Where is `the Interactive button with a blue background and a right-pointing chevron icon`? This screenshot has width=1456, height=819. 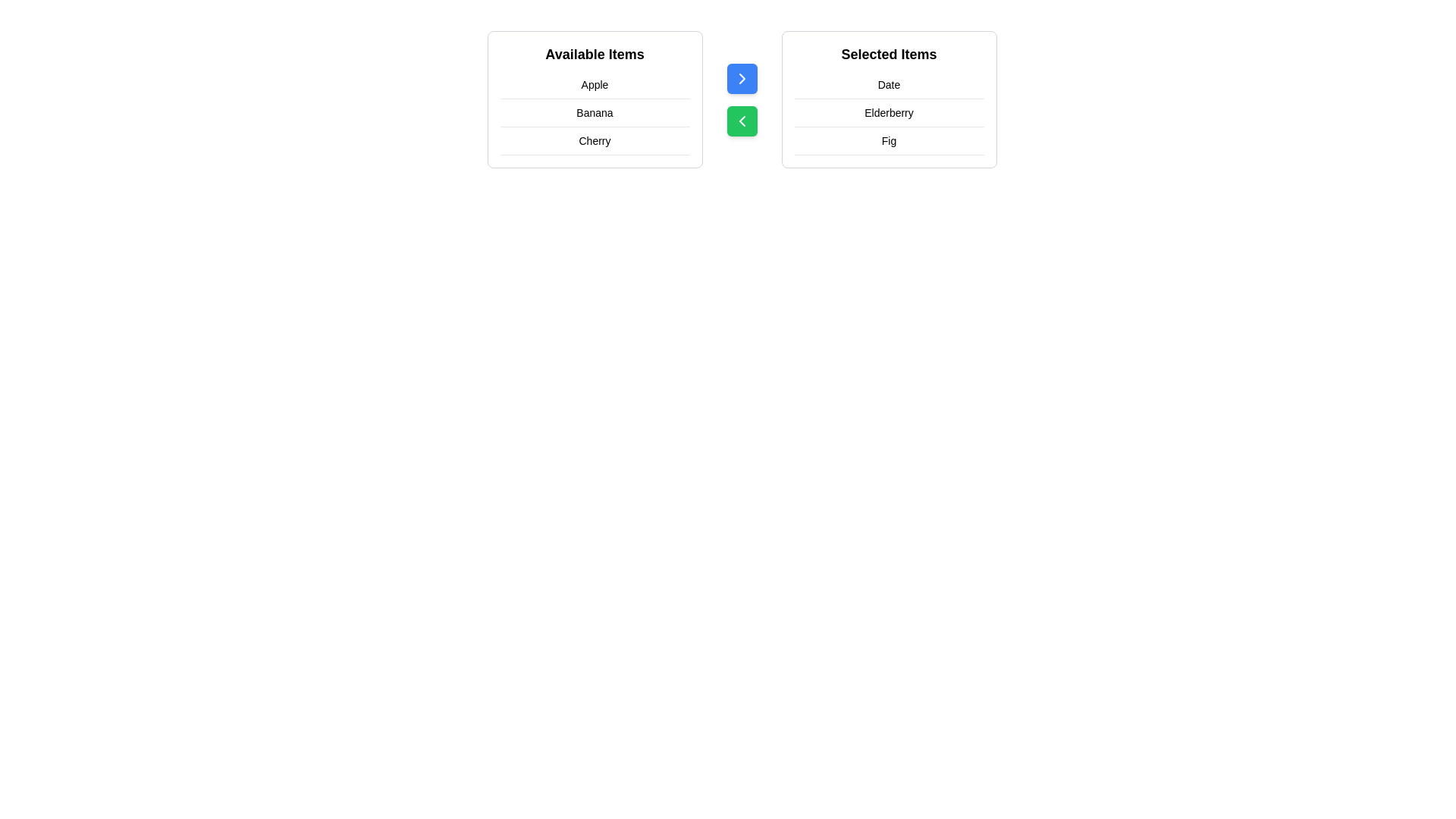 the Interactive button with a blue background and a right-pointing chevron icon is located at coordinates (742, 99).